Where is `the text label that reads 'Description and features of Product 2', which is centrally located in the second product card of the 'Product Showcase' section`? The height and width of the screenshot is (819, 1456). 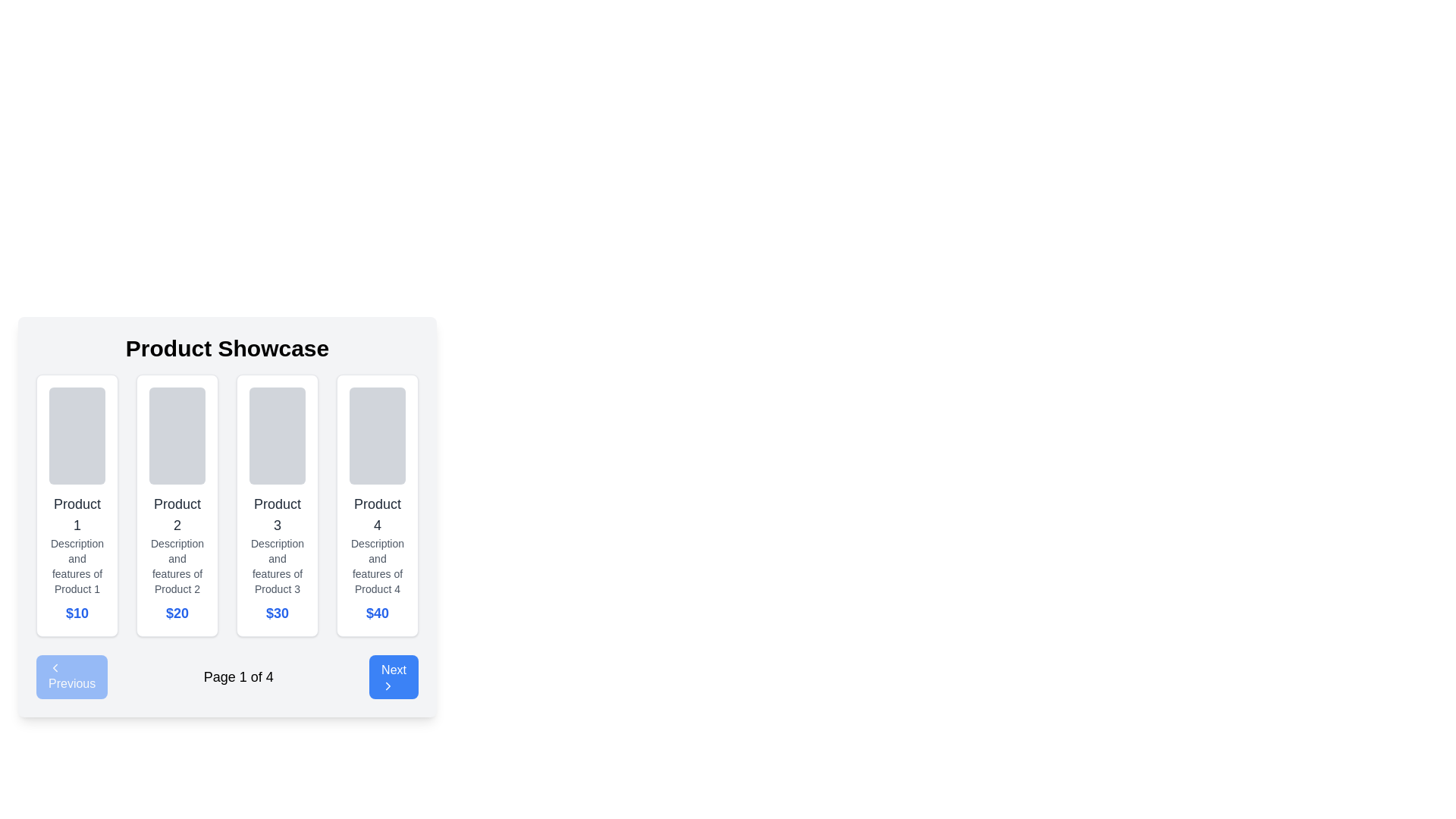
the text label that reads 'Description and features of Product 2', which is centrally located in the second product card of the 'Product Showcase' section is located at coordinates (177, 566).